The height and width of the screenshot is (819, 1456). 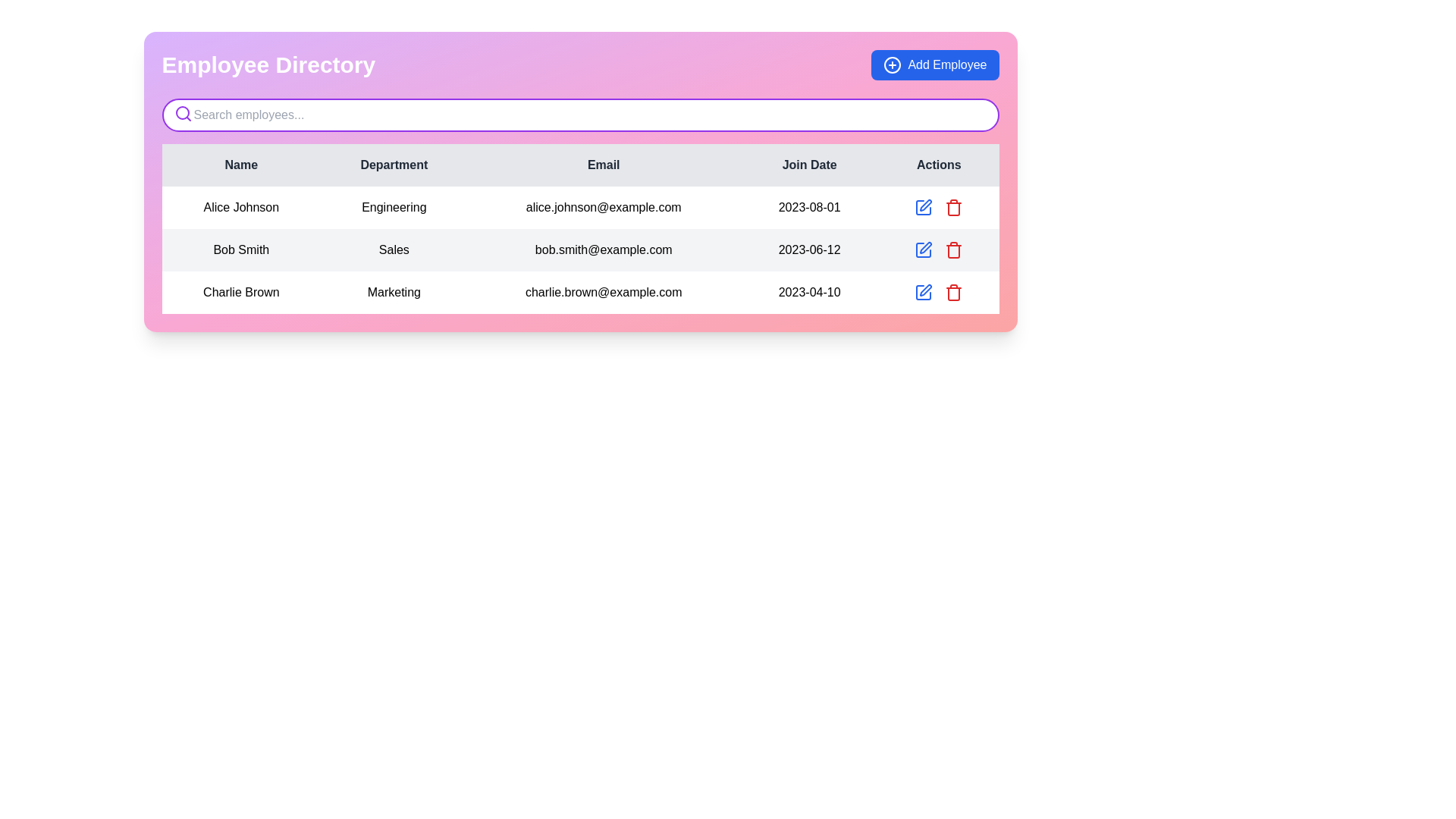 I want to click on the circular outline with a plus sign icon located within the 'Add Employee' button in the top-right corner of the interface, so click(x=893, y=64).